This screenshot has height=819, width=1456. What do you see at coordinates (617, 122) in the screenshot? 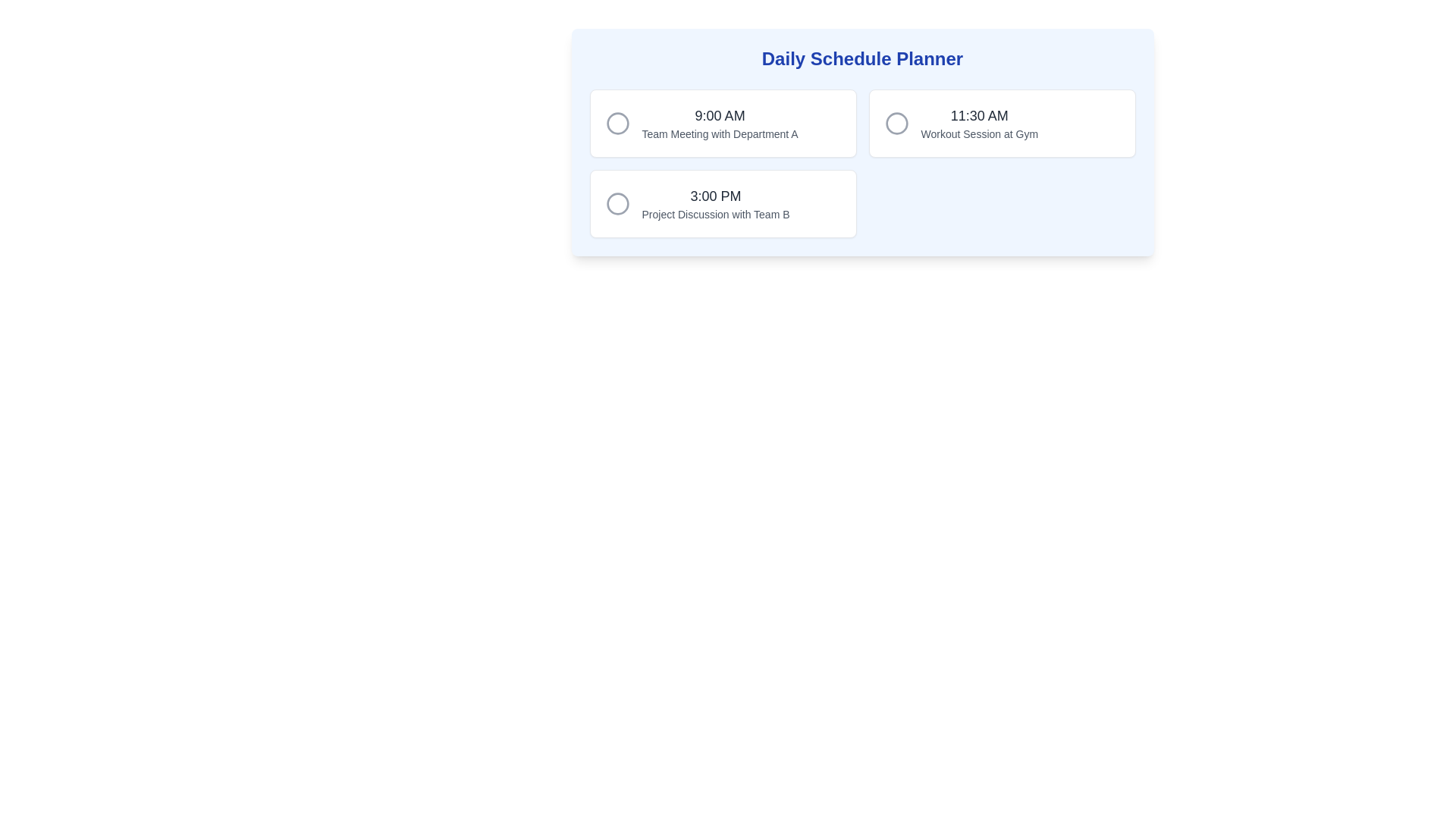
I see `the selectable icon (radio button) located to the left of the '9:00 AM Team Meeting with Department A' text` at bounding box center [617, 122].